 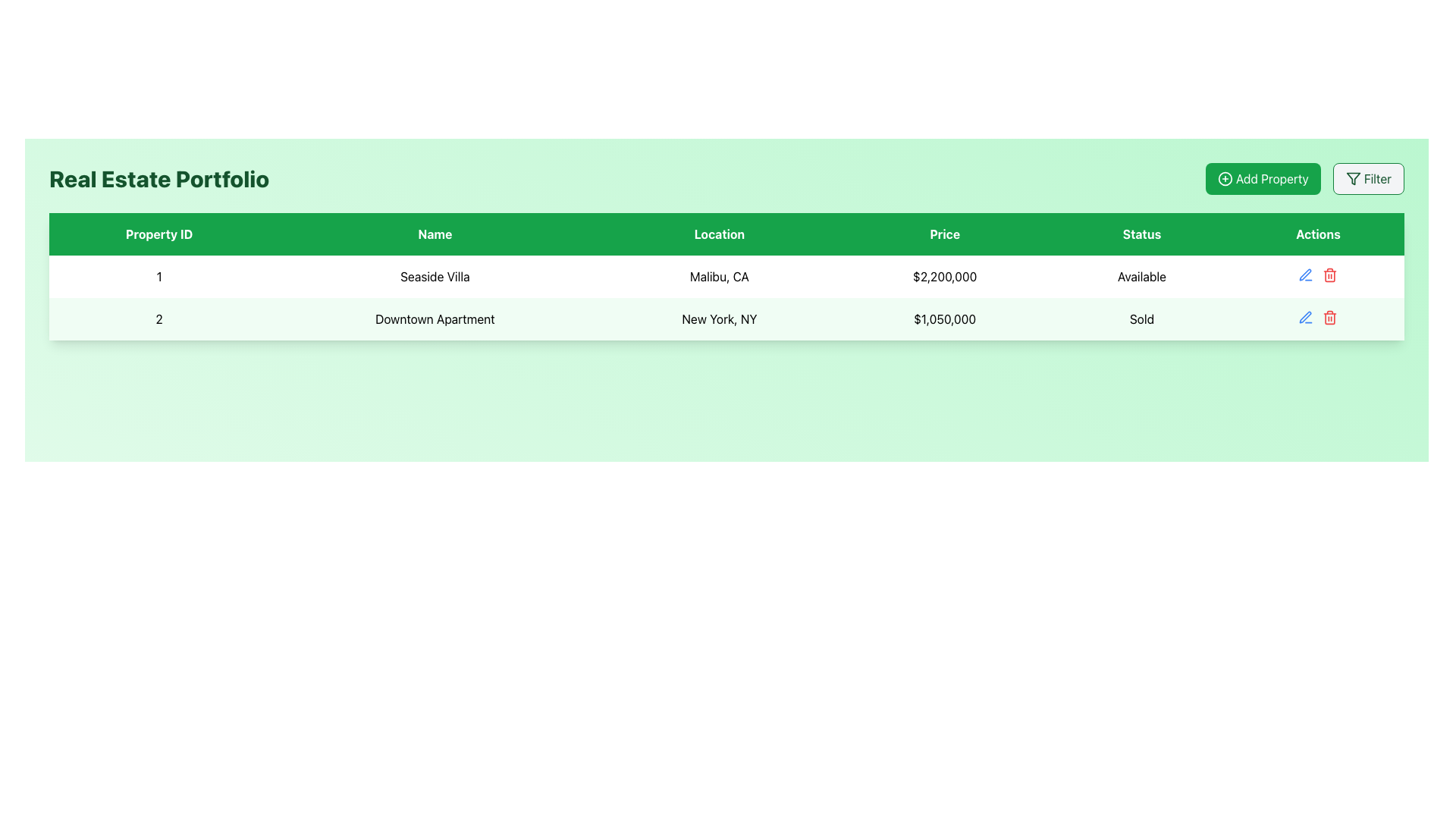 I want to click on the first row of the property table that presents details about 'Seaside Villa', so click(x=726, y=277).